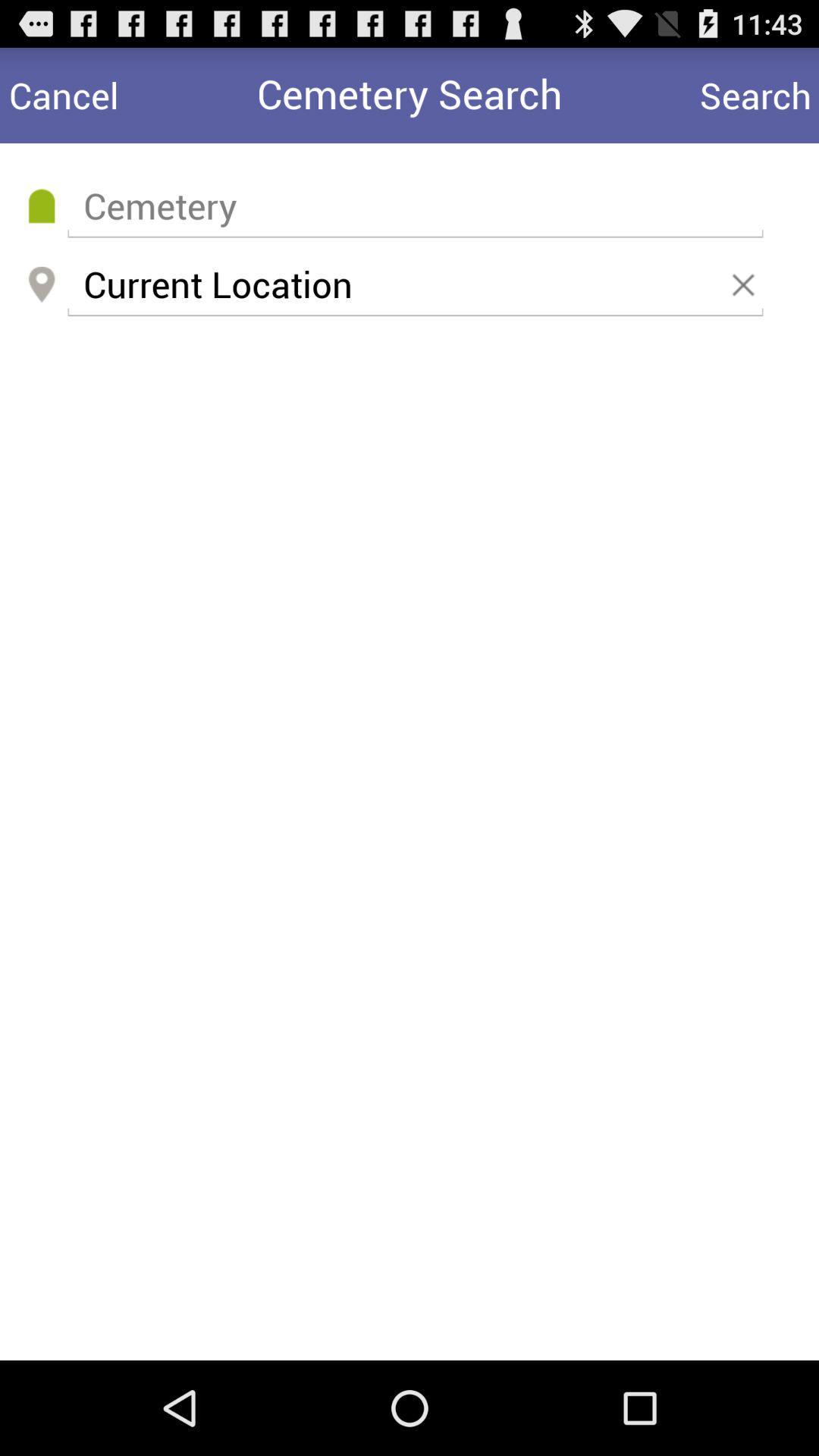 The image size is (819, 1456). I want to click on current location icon, so click(415, 284).